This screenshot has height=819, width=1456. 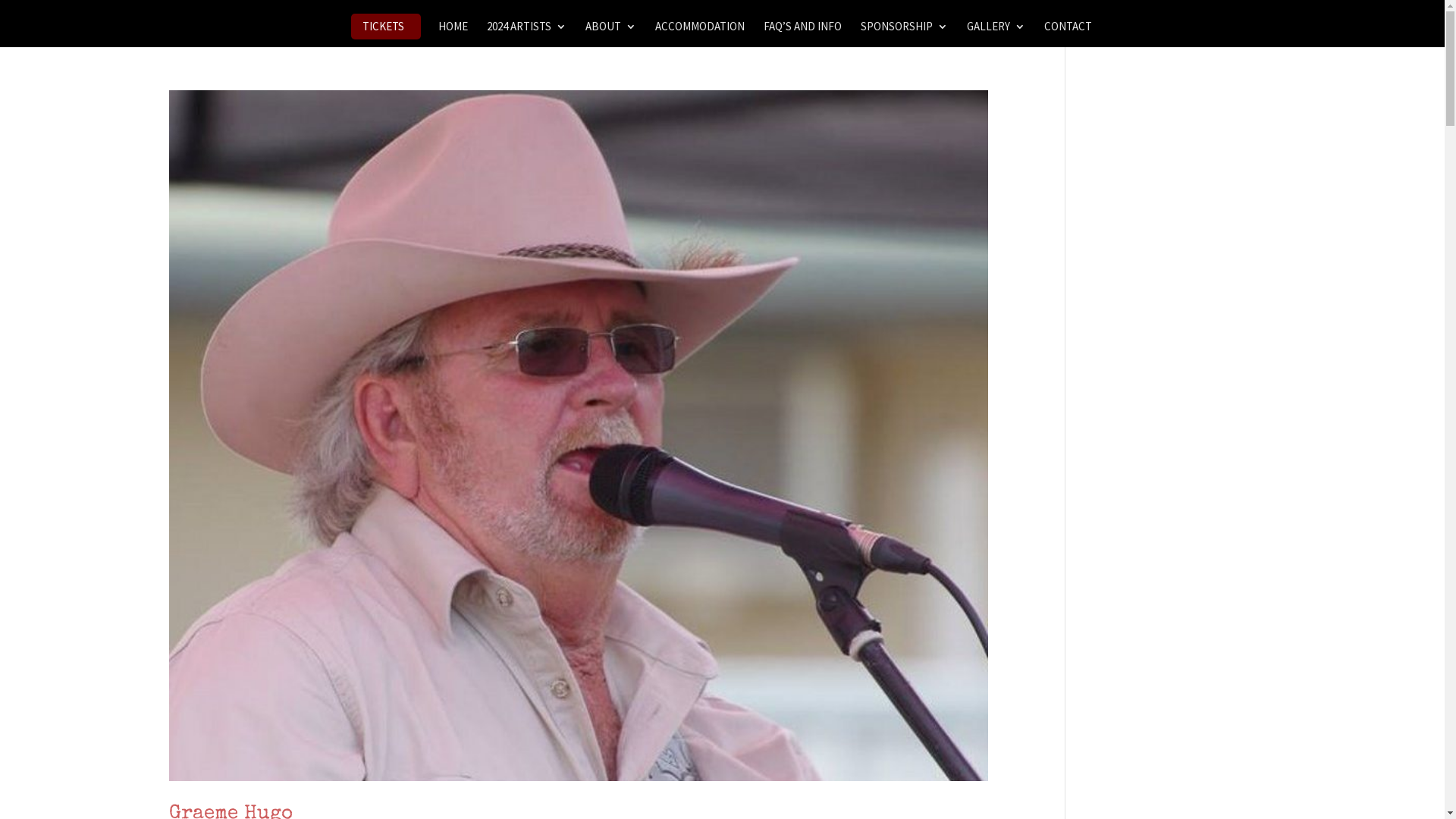 What do you see at coordinates (698, 33) in the screenshot?
I see `'ACCOMMODATION'` at bounding box center [698, 33].